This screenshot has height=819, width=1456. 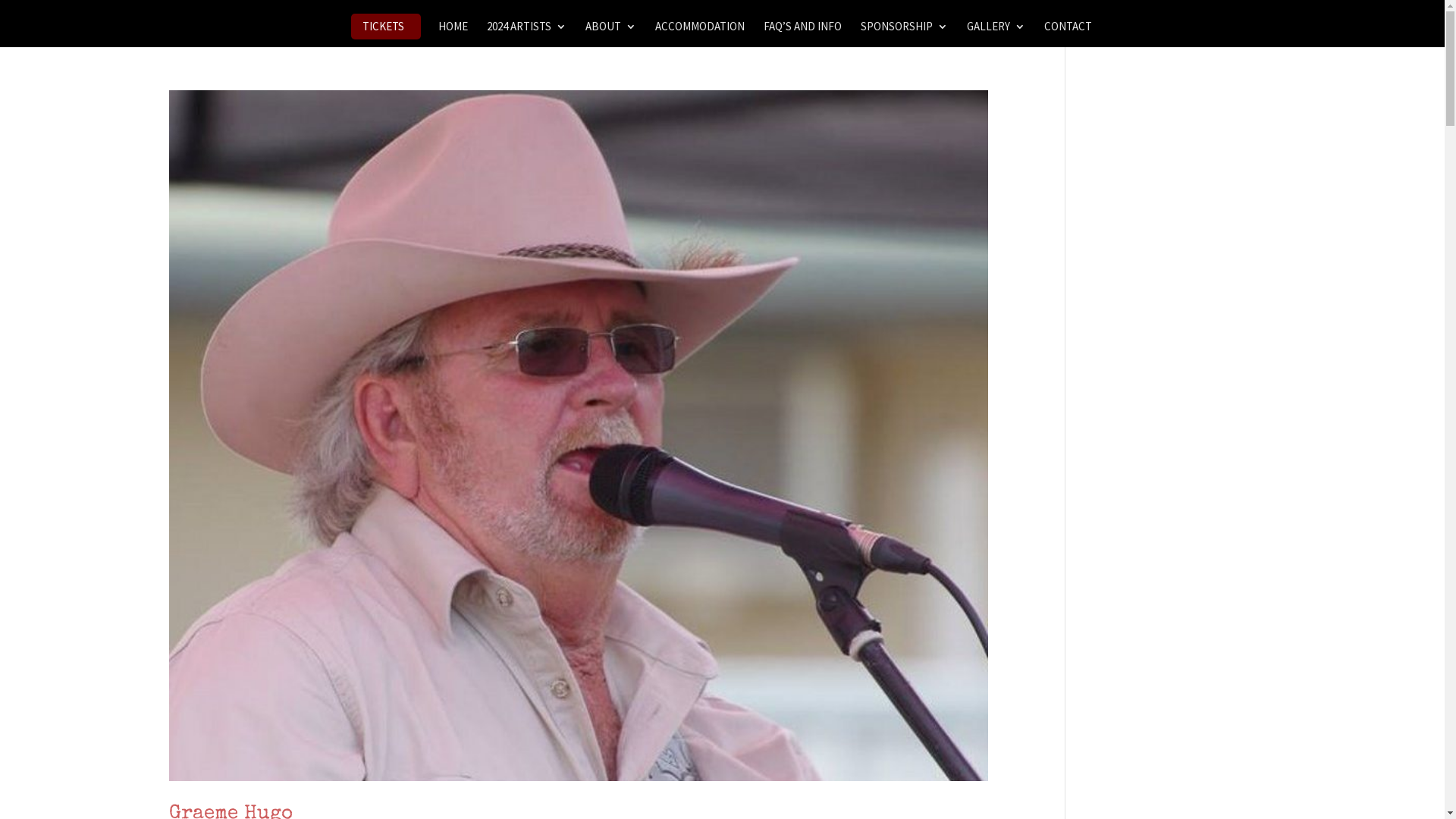 What do you see at coordinates (698, 33) in the screenshot?
I see `'ACCOMMODATION'` at bounding box center [698, 33].